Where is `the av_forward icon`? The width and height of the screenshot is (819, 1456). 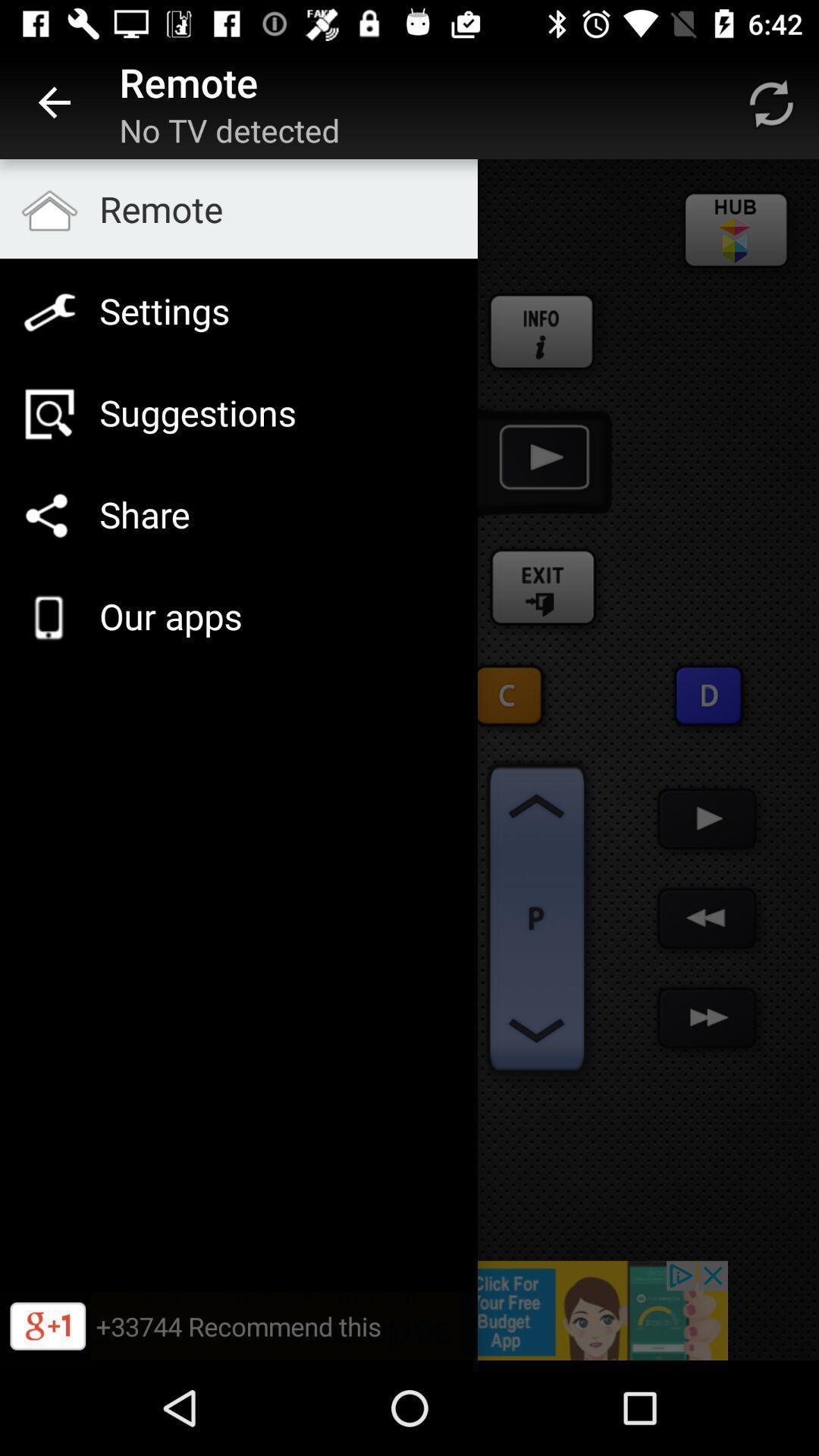
the av_forward icon is located at coordinates (708, 1018).